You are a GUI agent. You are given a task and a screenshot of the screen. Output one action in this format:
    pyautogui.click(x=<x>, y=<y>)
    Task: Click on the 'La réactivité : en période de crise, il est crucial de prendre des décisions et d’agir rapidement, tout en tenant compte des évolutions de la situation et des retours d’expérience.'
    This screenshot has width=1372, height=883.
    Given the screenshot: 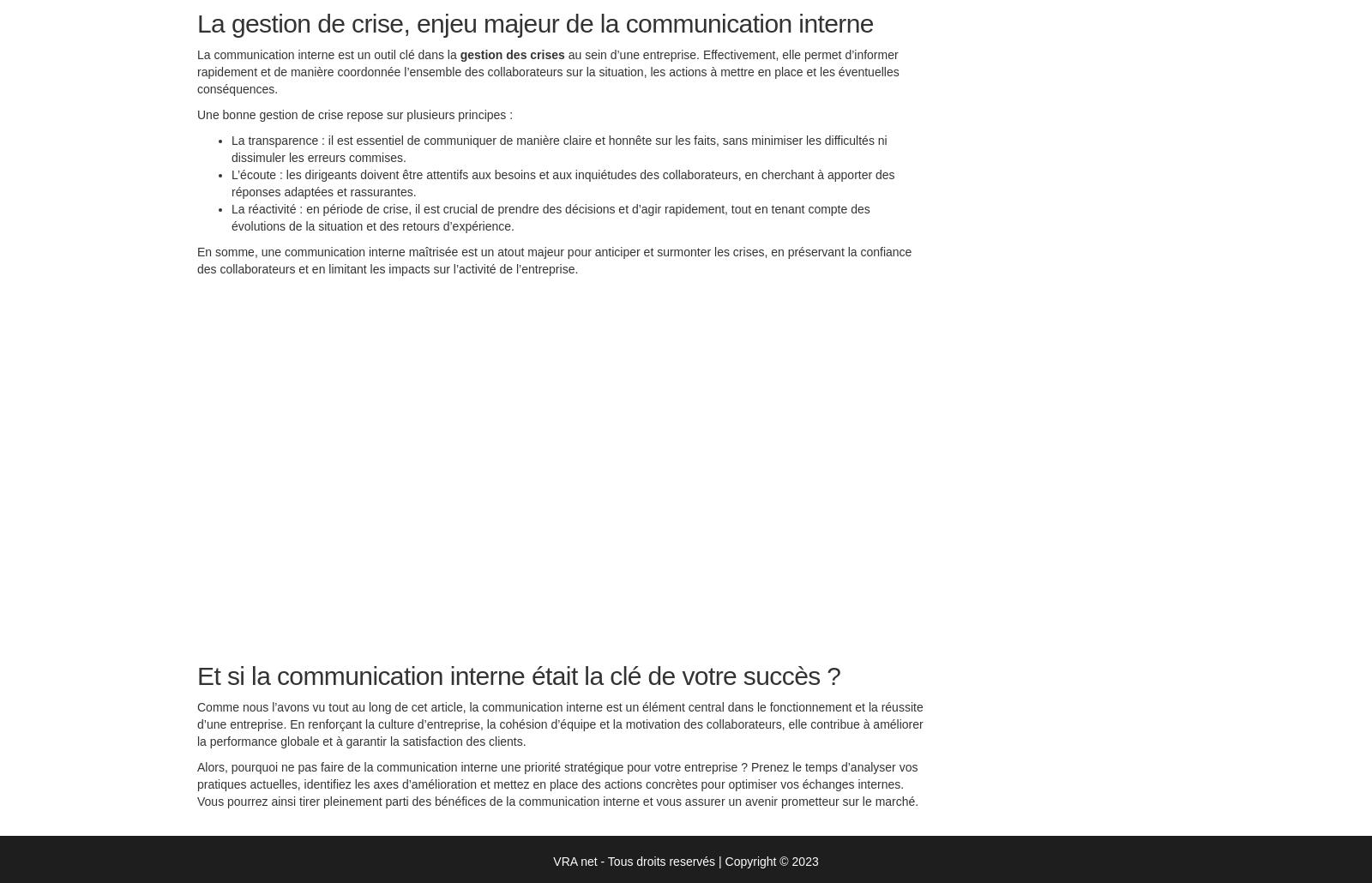 What is the action you would take?
    pyautogui.click(x=550, y=221)
    